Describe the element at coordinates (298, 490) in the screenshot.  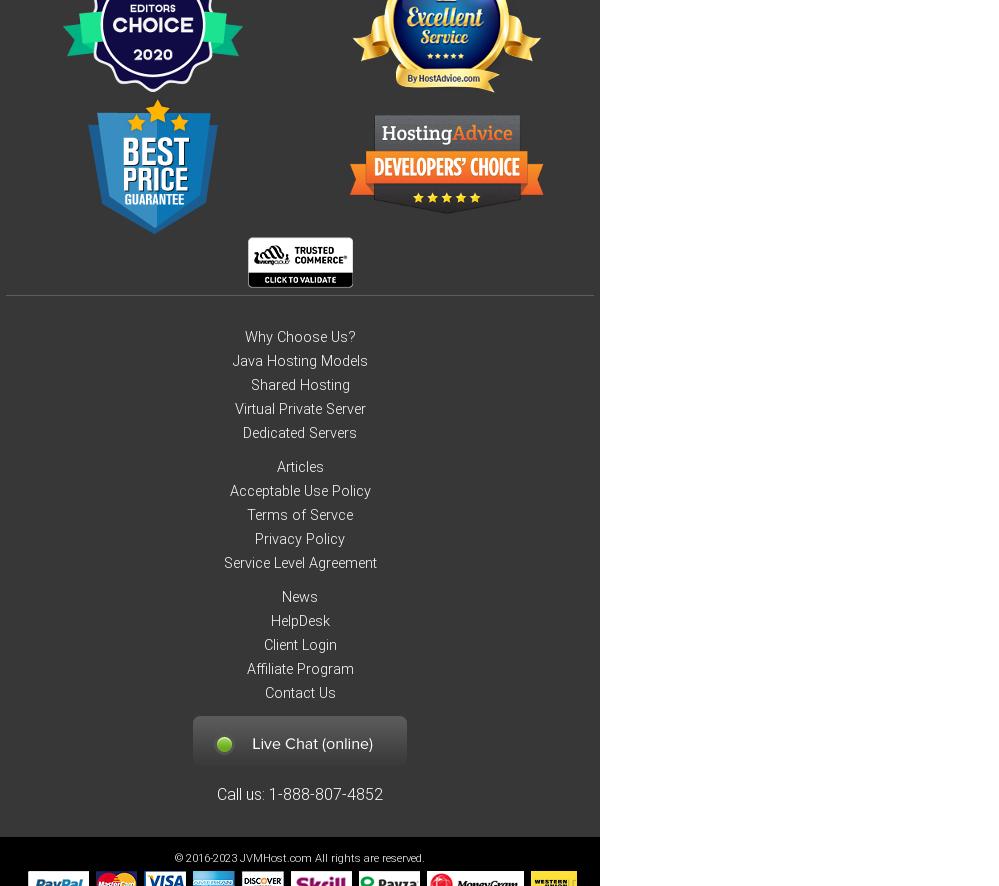
I see `'Acceptable Use Policy'` at that location.